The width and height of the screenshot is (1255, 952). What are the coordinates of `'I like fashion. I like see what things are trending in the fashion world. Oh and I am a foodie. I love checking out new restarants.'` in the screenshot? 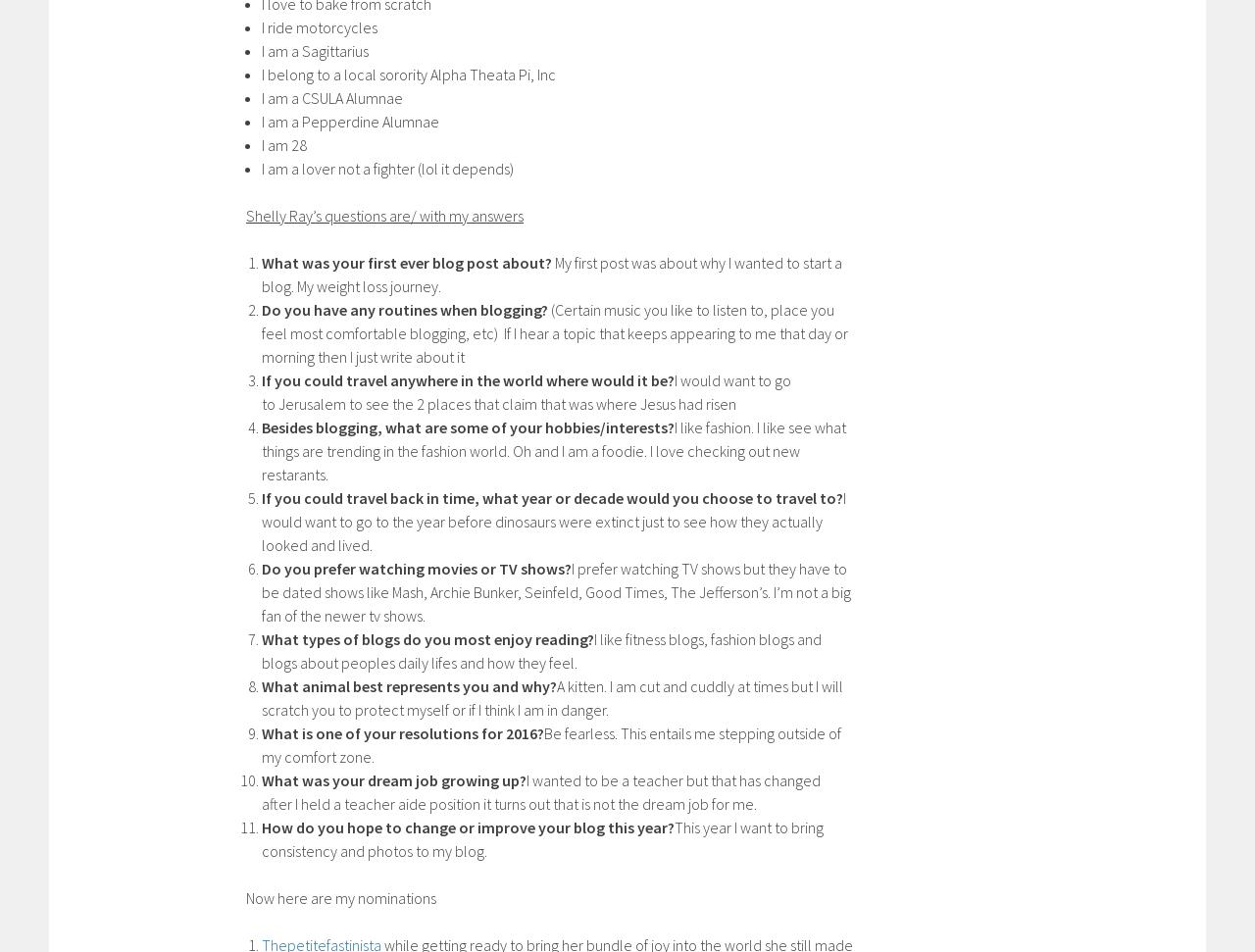 It's located at (552, 449).